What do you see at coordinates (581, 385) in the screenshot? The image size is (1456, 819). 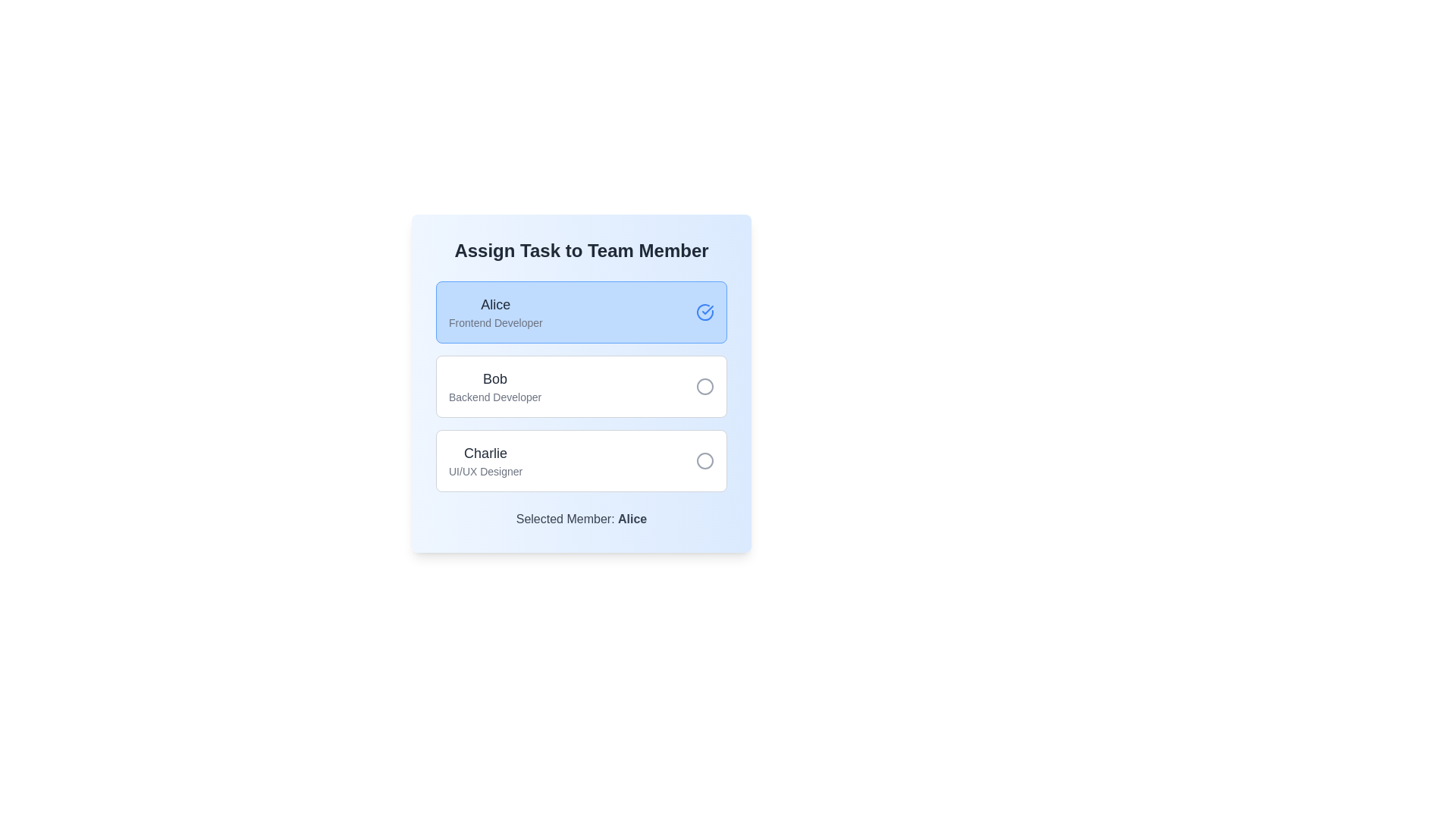 I see `the circular radio button on the Selectable option card` at bounding box center [581, 385].